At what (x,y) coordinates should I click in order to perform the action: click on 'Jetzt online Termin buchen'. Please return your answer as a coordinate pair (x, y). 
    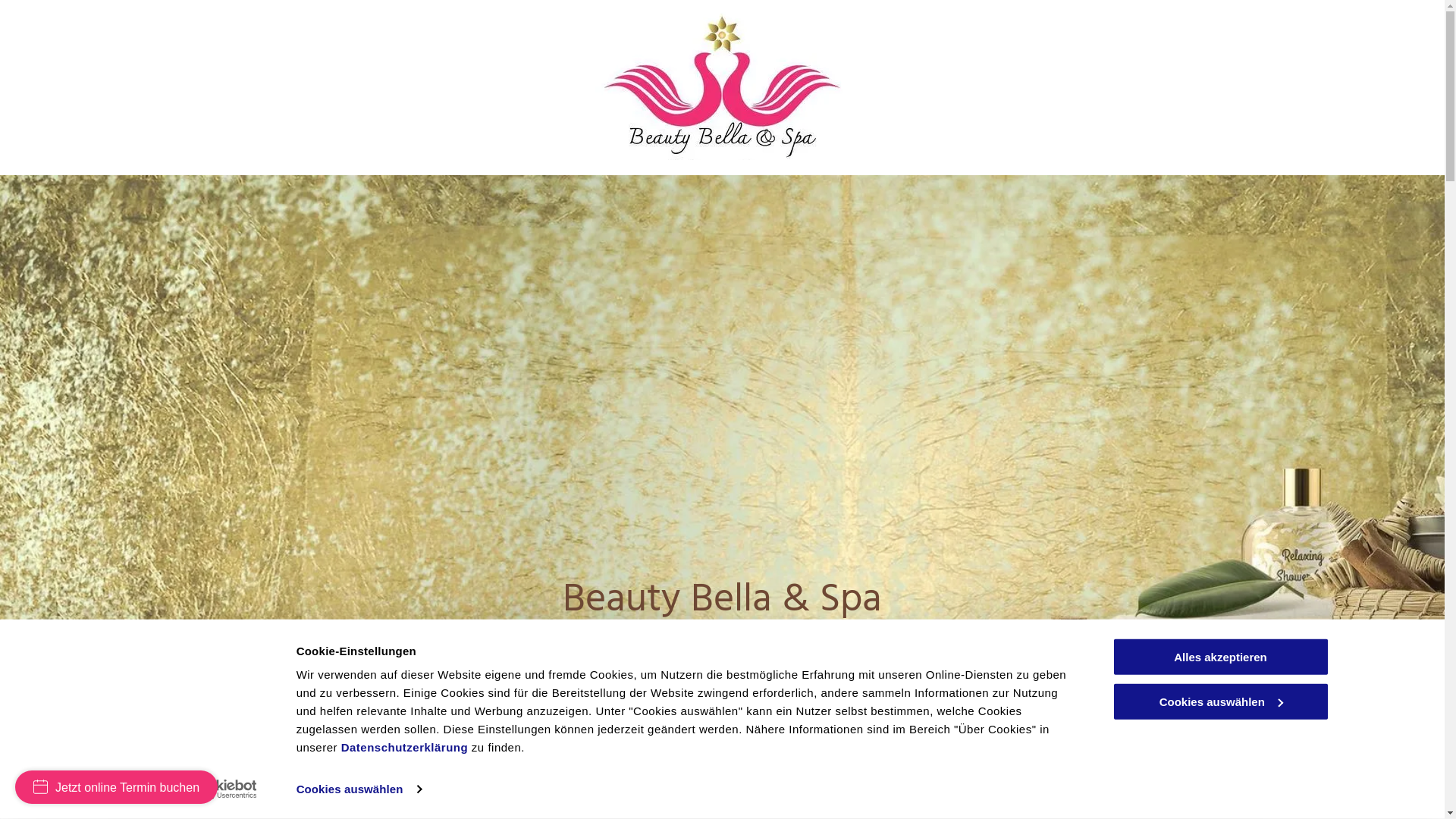
    Looking at the image, I should click on (115, 786).